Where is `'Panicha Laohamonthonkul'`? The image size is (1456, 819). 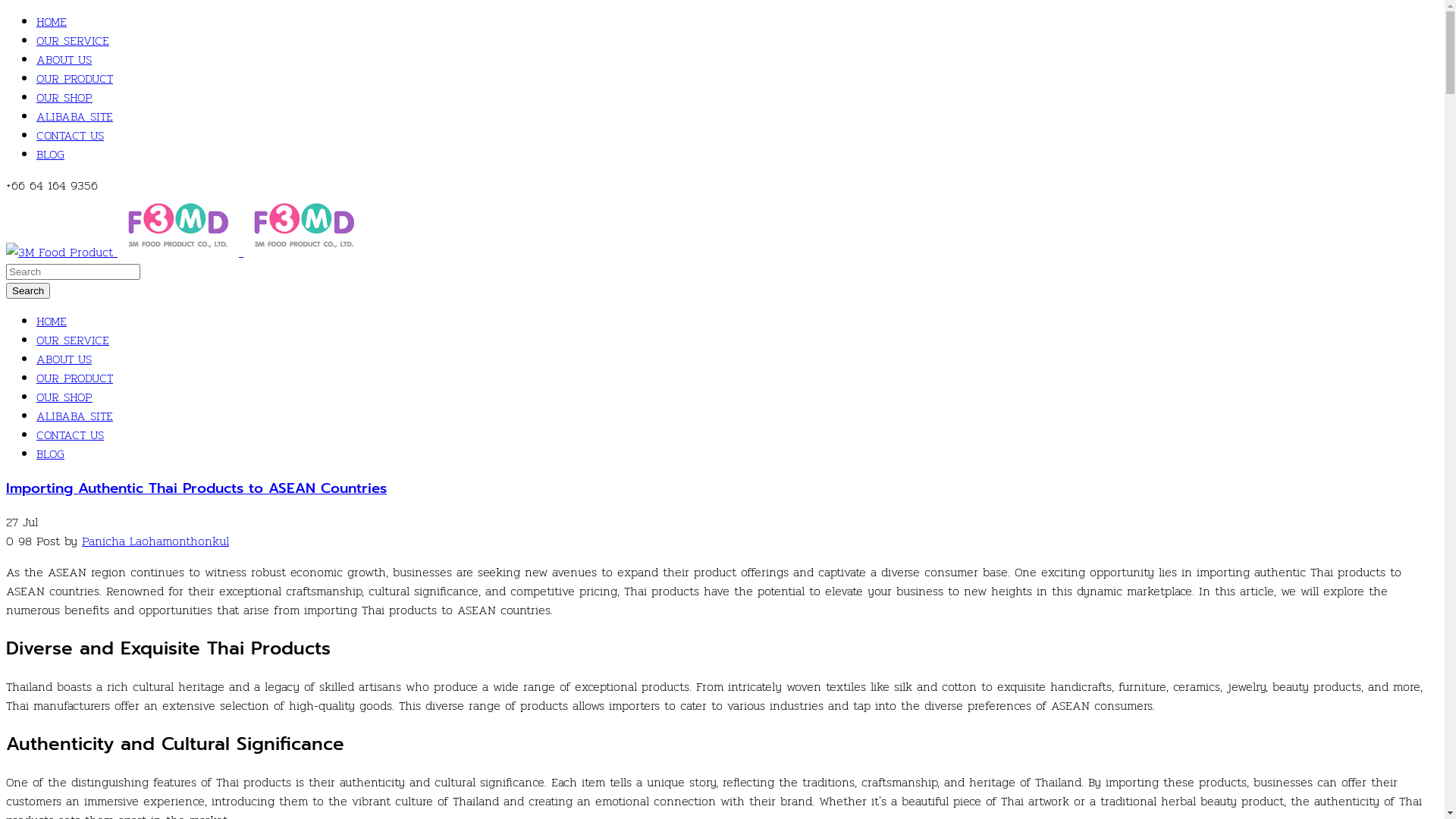
'Panicha Laohamonthonkul' is located at coordinates (155, 540).